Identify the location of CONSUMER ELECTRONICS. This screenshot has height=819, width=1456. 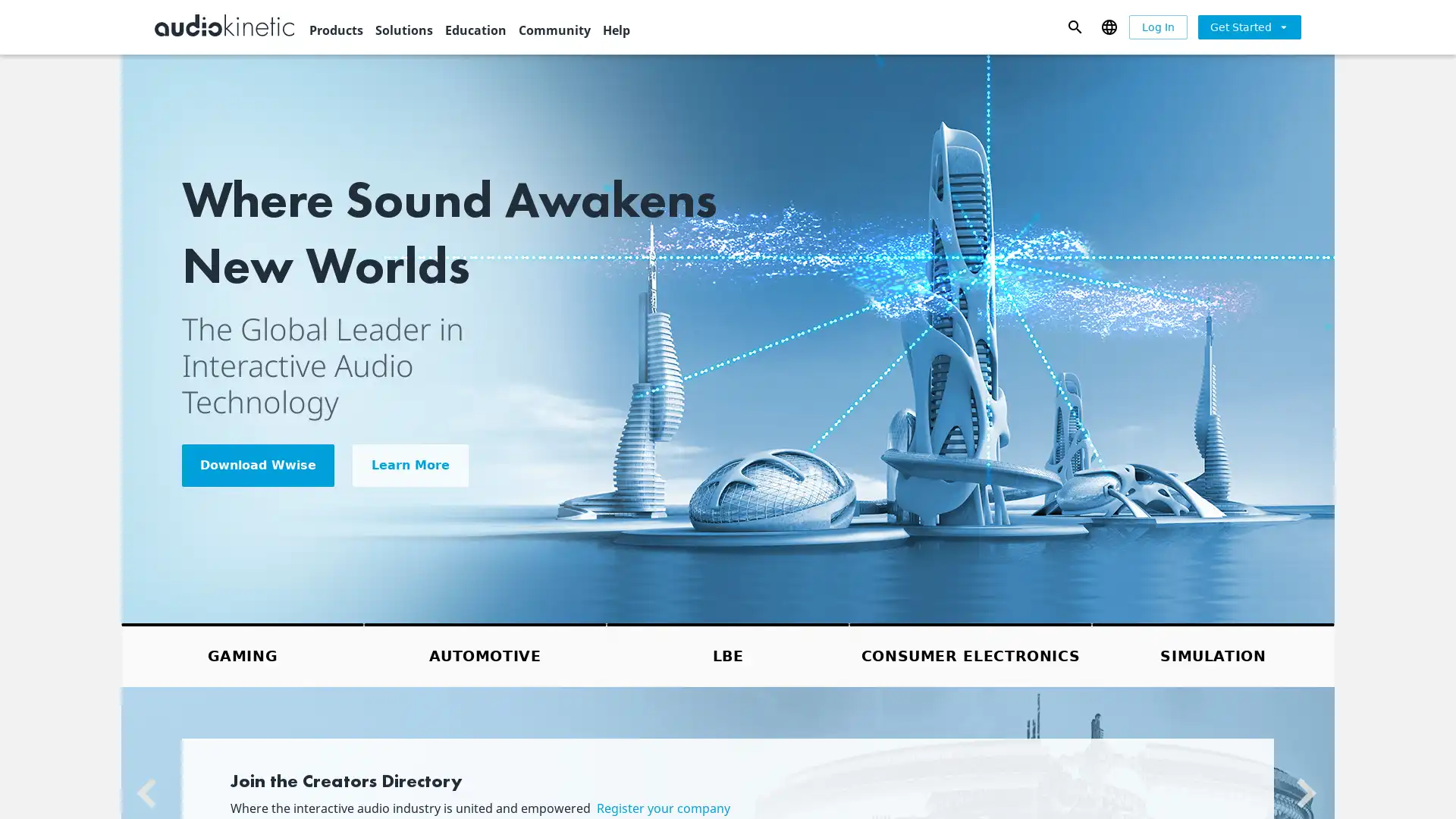
(971, 654).